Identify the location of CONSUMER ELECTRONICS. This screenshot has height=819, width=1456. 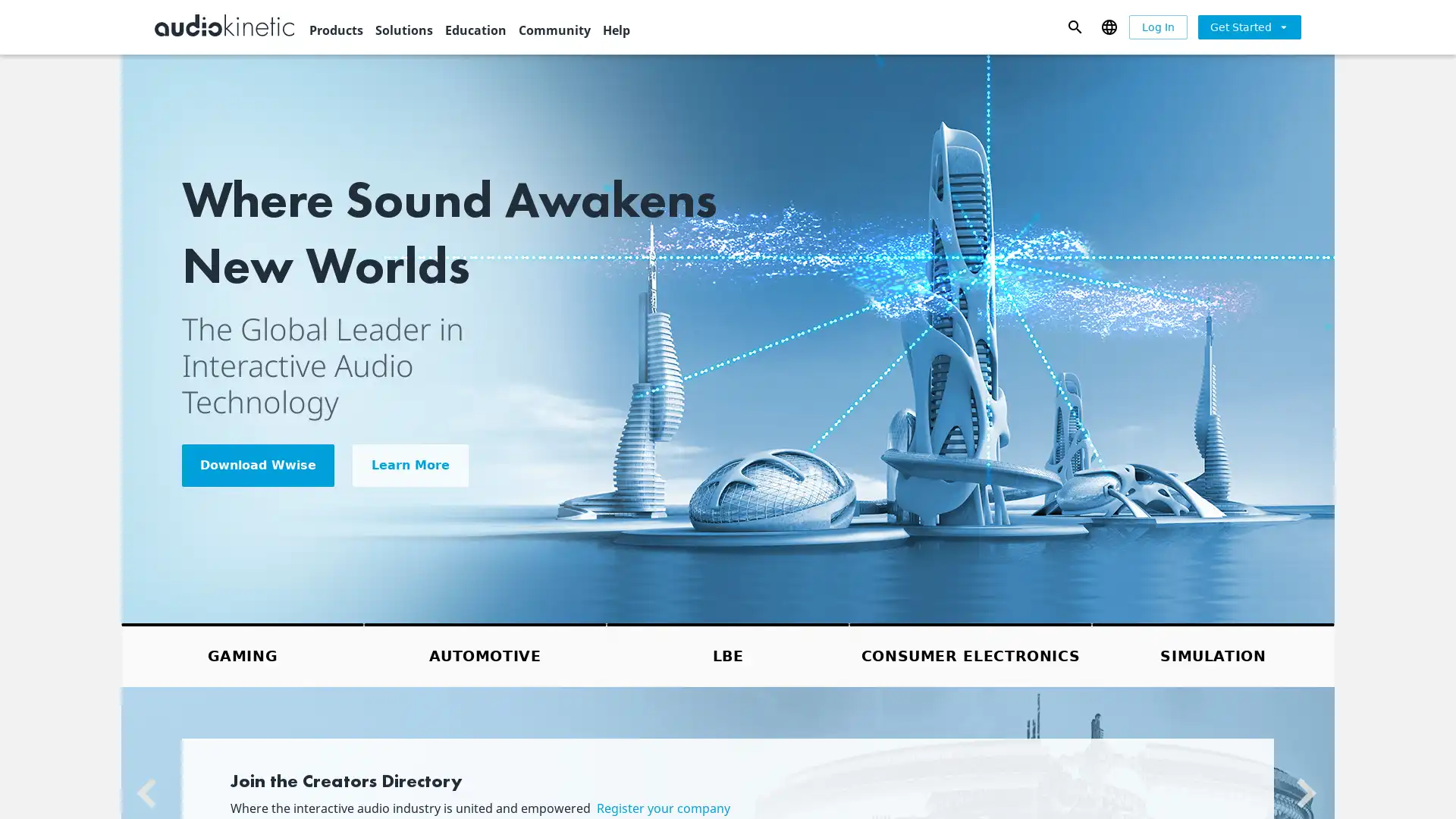
(971, 654).